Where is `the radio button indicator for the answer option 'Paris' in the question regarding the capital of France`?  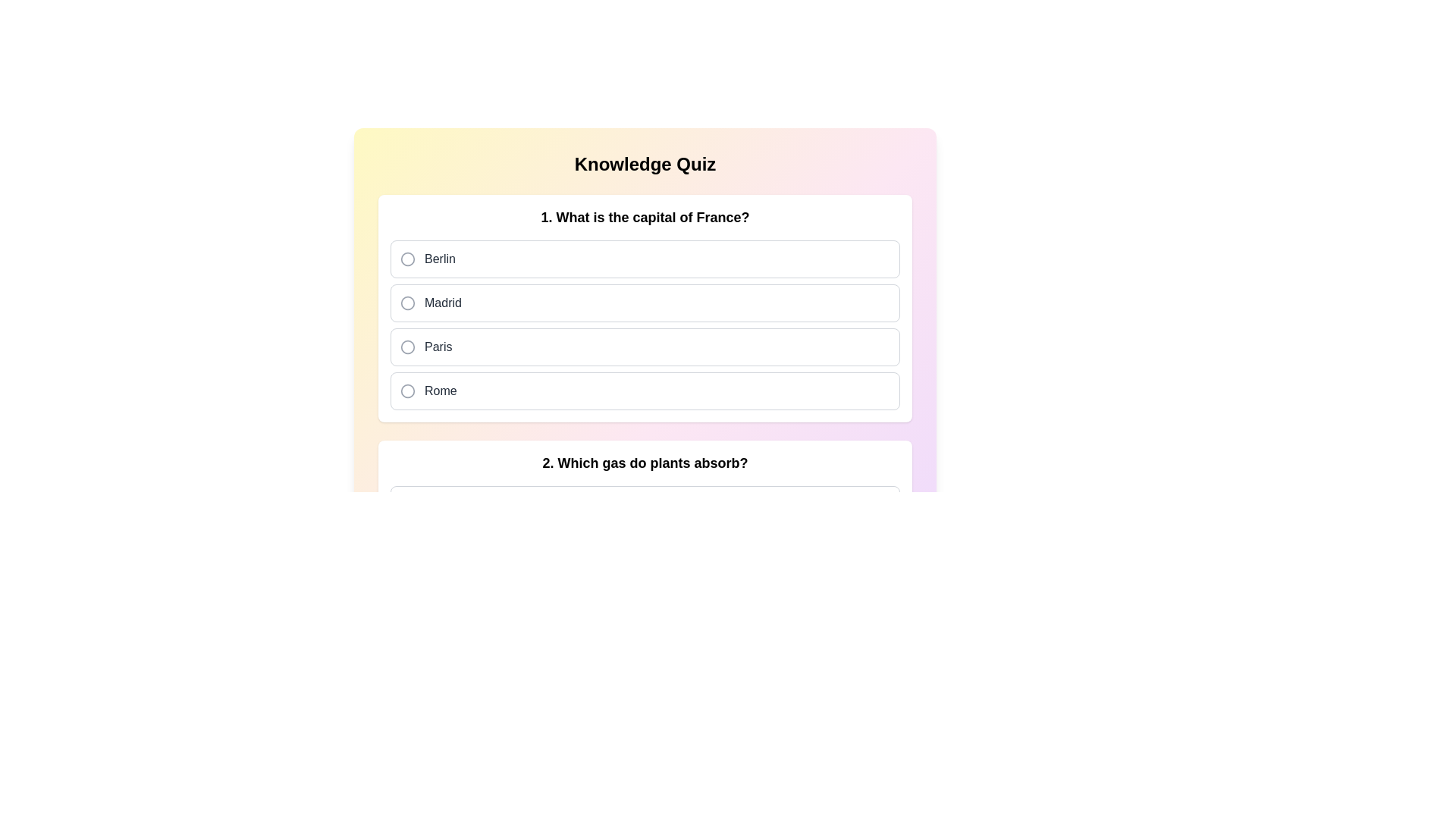
the radio button indicator for the answer option 'Paris' in the question regarding the capital of France is located at coordinates (407, 347).